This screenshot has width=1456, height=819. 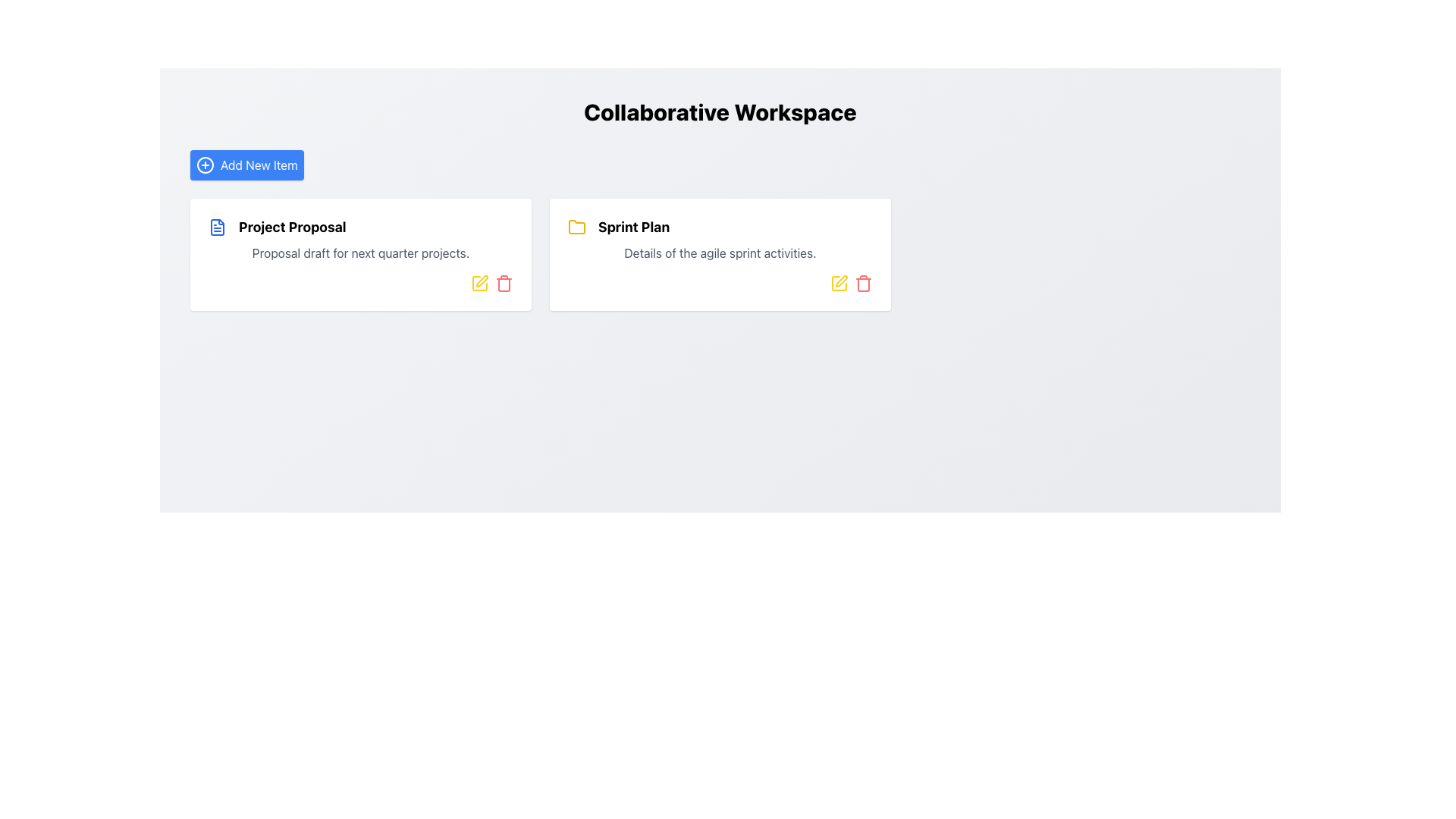 I want to click on the text of the project title label located at the top-left of the card, which is the primary title text centered vertically within the card's content, so click(x=292, y=227).